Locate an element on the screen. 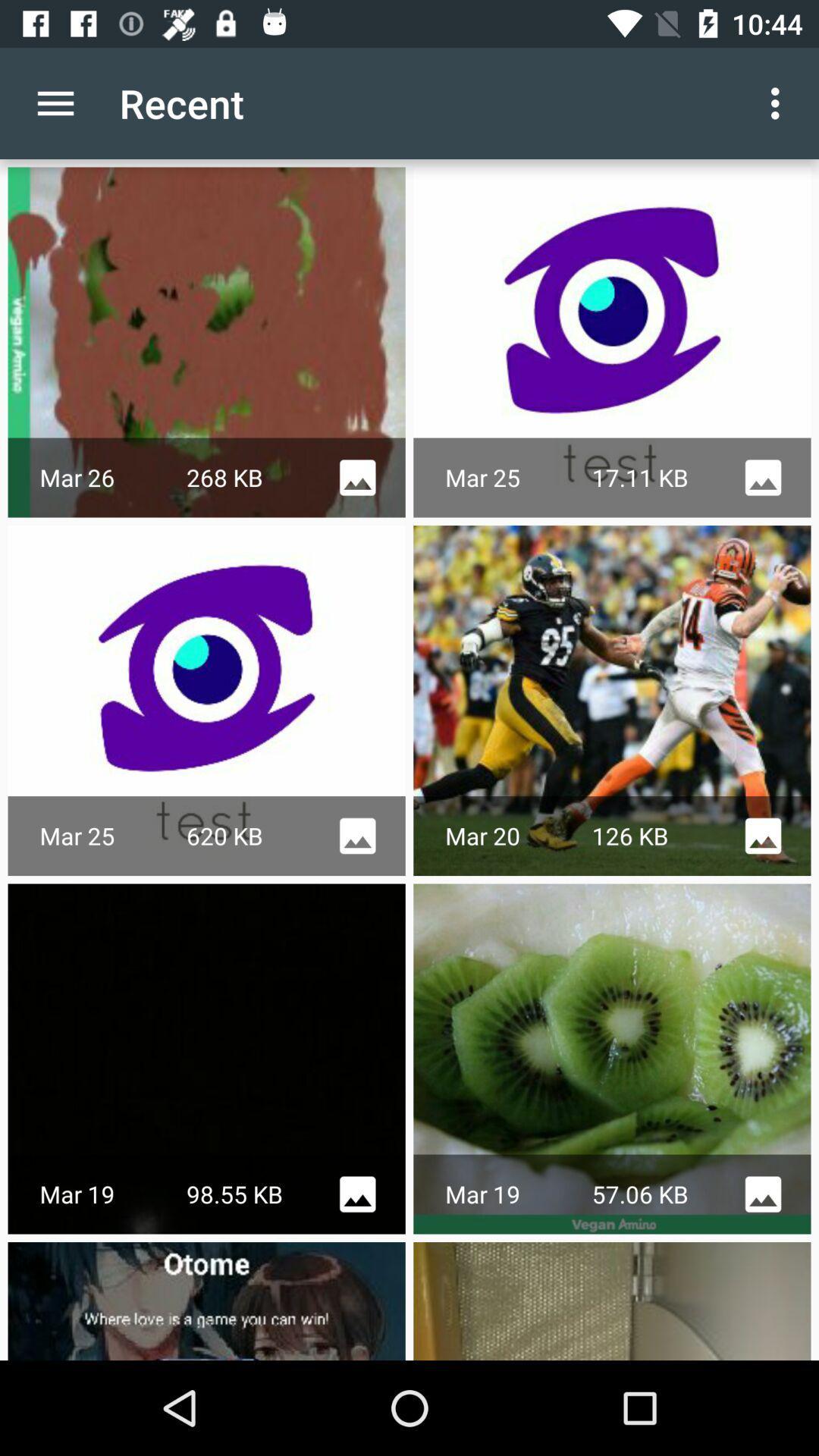 Image resolution: width=819 pixels, height=1456 pixels. the icon next to recent app is located at coordinates (55, 102).